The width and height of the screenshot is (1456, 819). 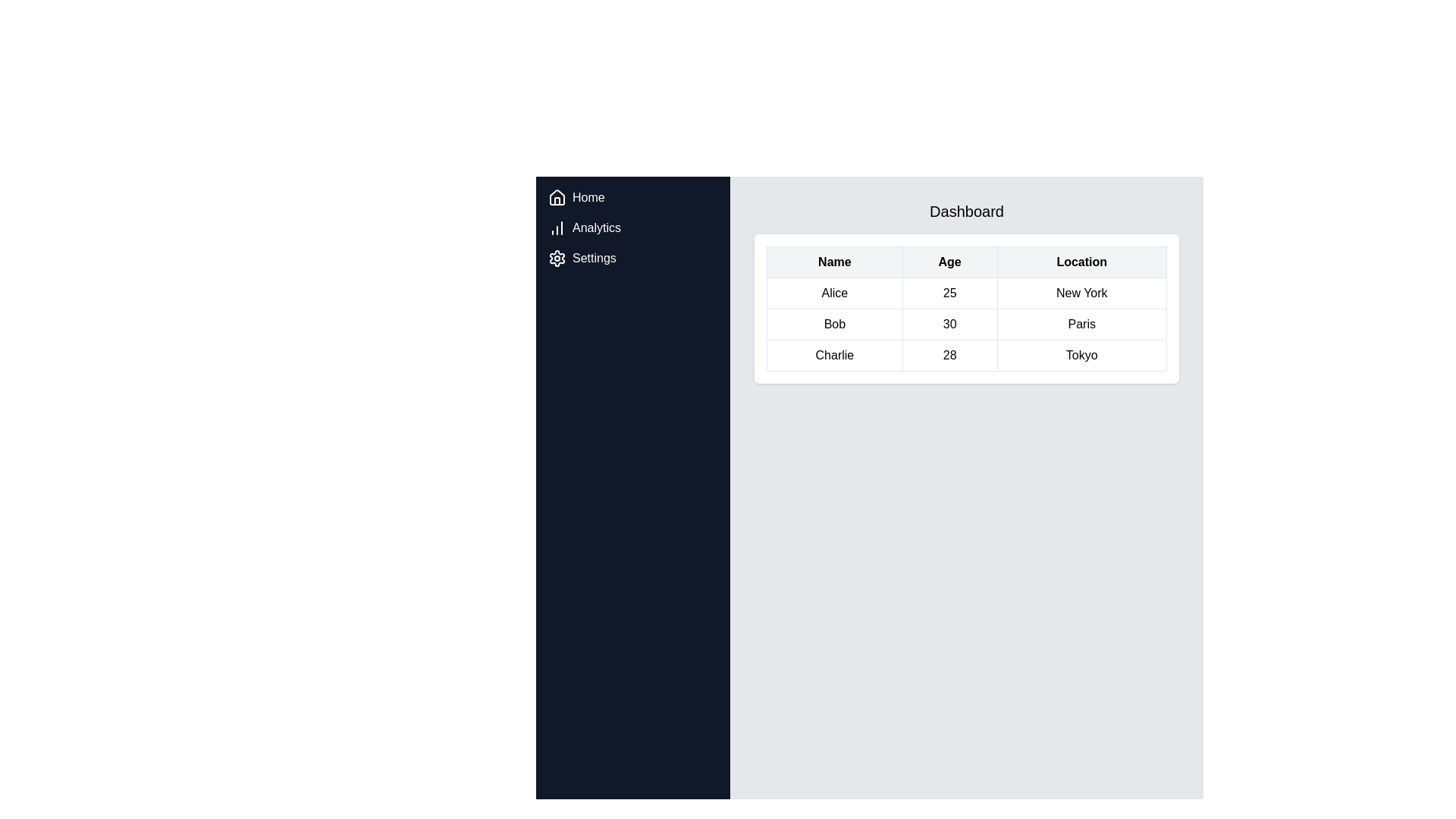 I want to click on the static Text Display Cell that shows the age of 'Alice' in the table under the 'Age' column on the Dashboard, so click(x=949, y=293).